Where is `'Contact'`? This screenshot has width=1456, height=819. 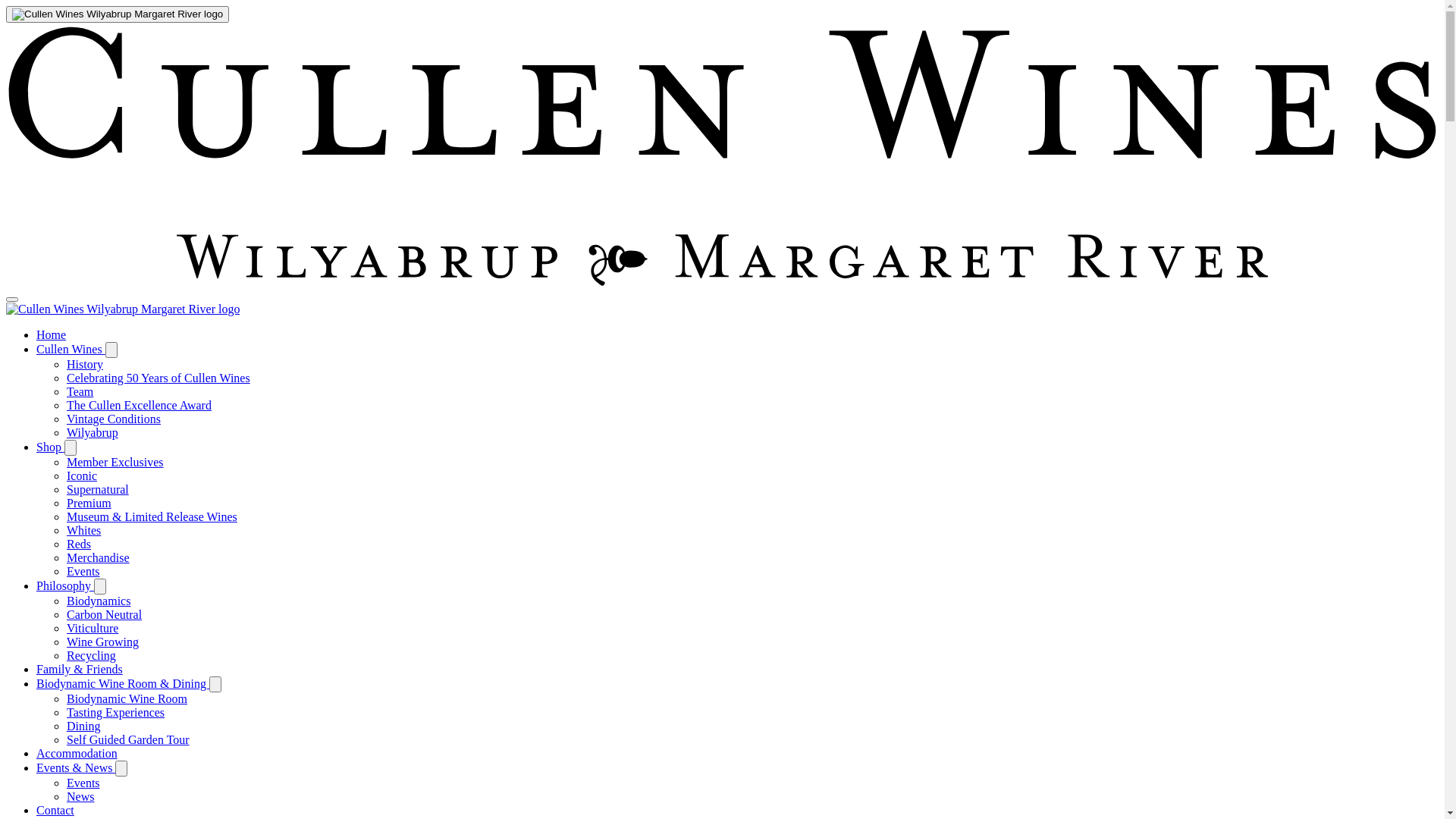
'Contact' is located at coordinates (55, 809).